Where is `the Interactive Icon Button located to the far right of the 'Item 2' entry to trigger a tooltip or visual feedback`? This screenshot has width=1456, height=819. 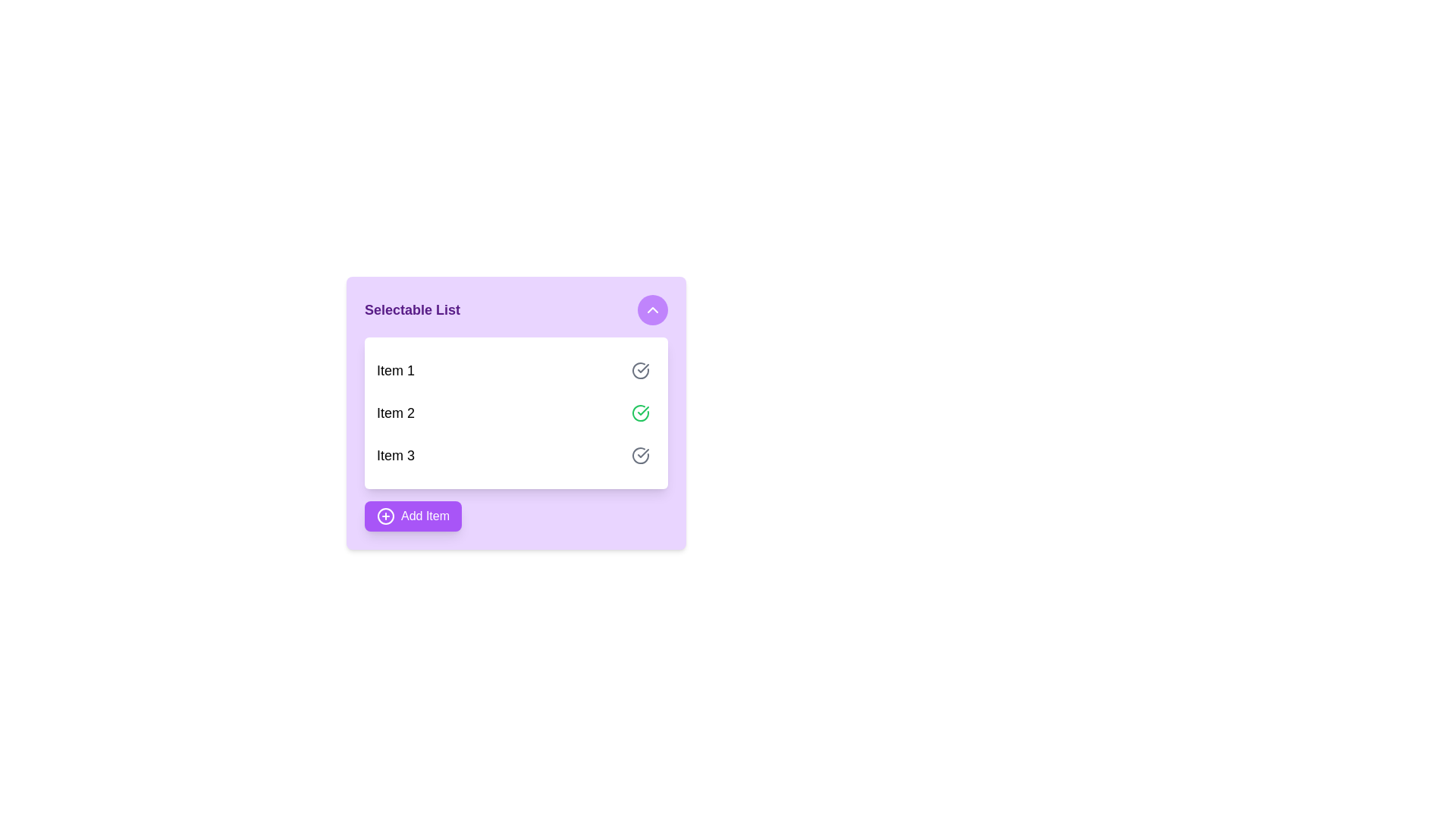
the Interactive Icon Button located to the far right of the 'Item 2' entry to trigger a tooltip or visual feedback is located at coordinates (640, 413).